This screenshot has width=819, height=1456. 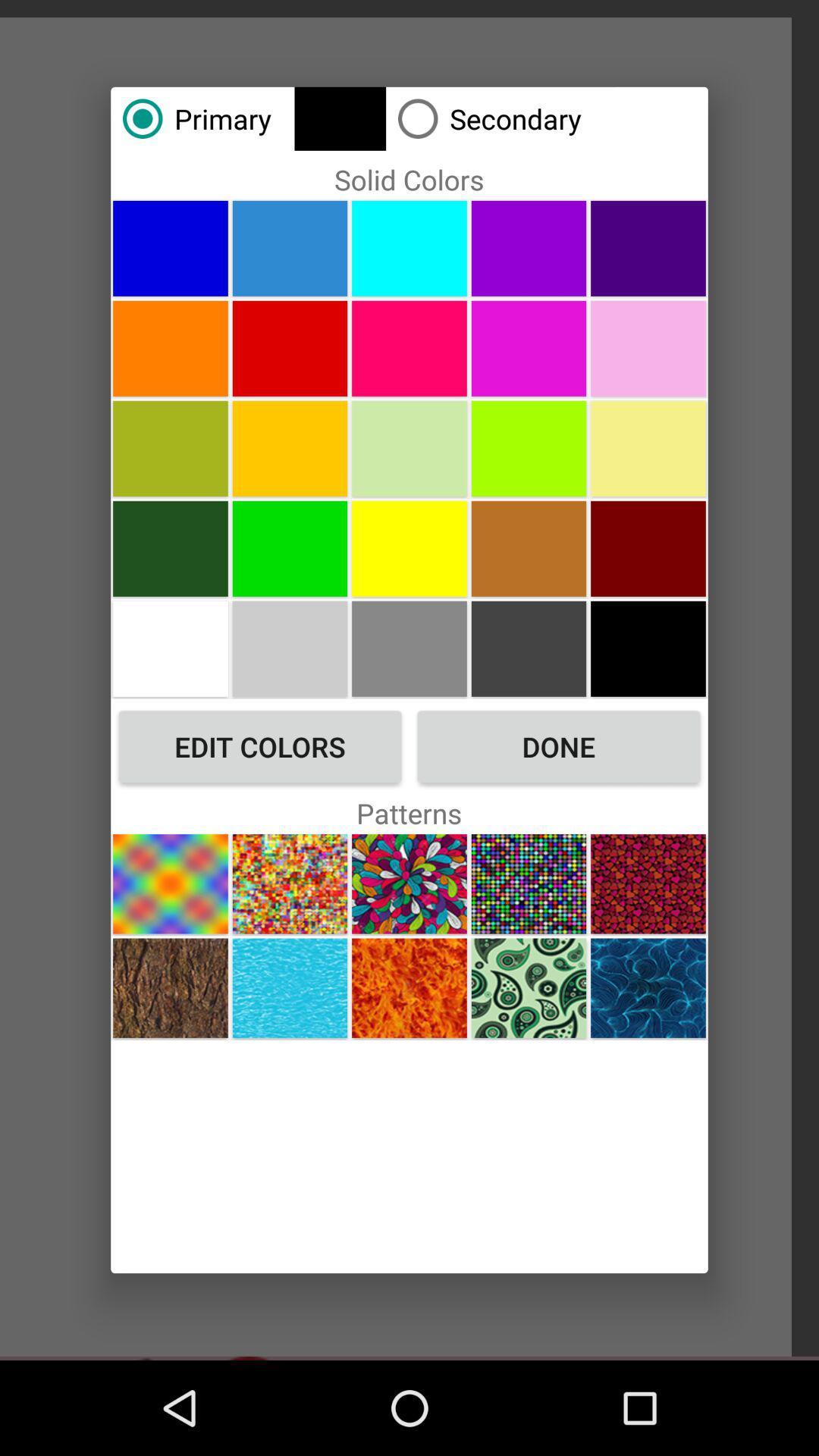 What do you see at coordinates (528, 248) in the screenshot?
I see `color` at bounding box center [528, 248].